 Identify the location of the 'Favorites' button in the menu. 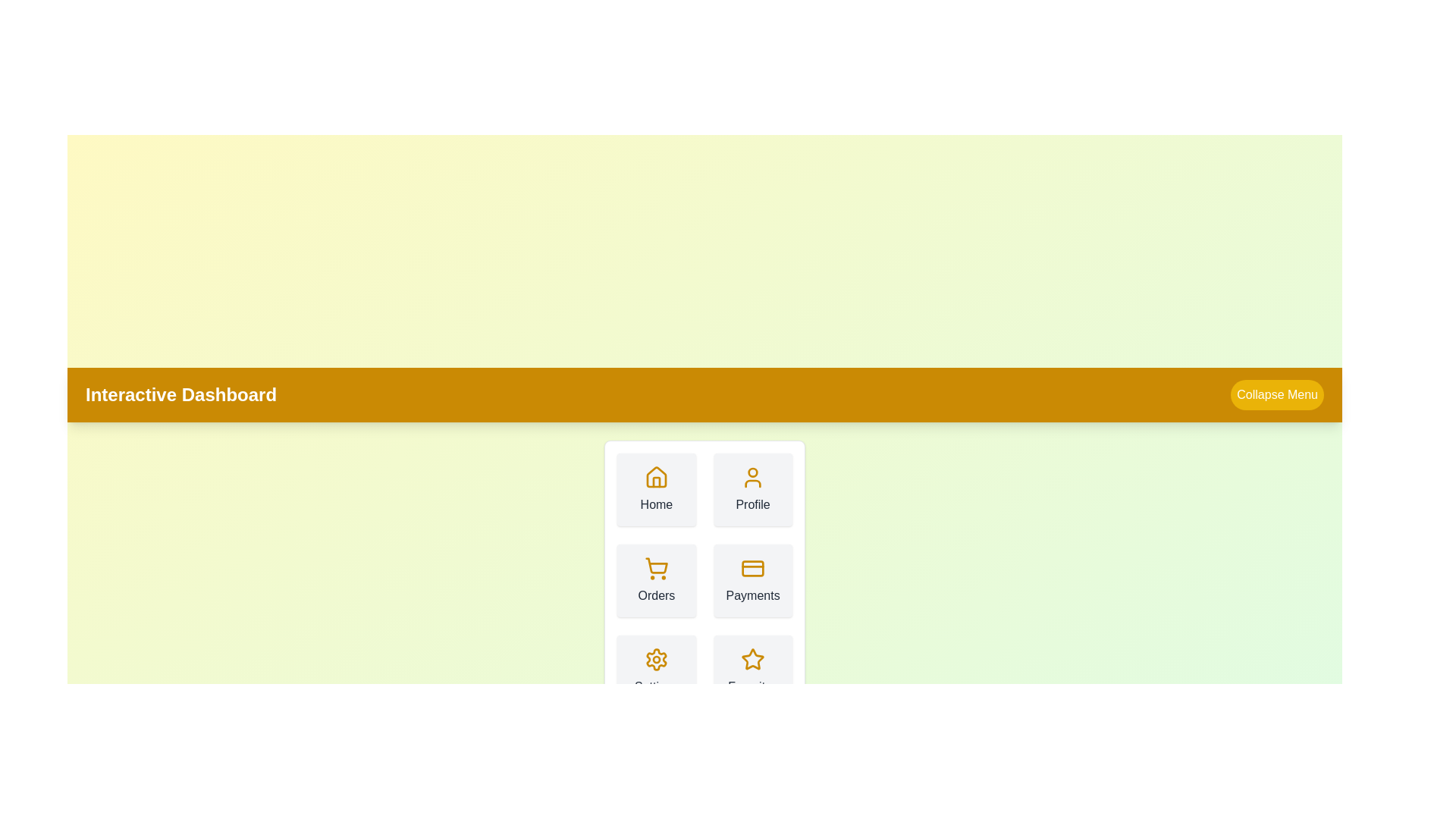
(753, 671).